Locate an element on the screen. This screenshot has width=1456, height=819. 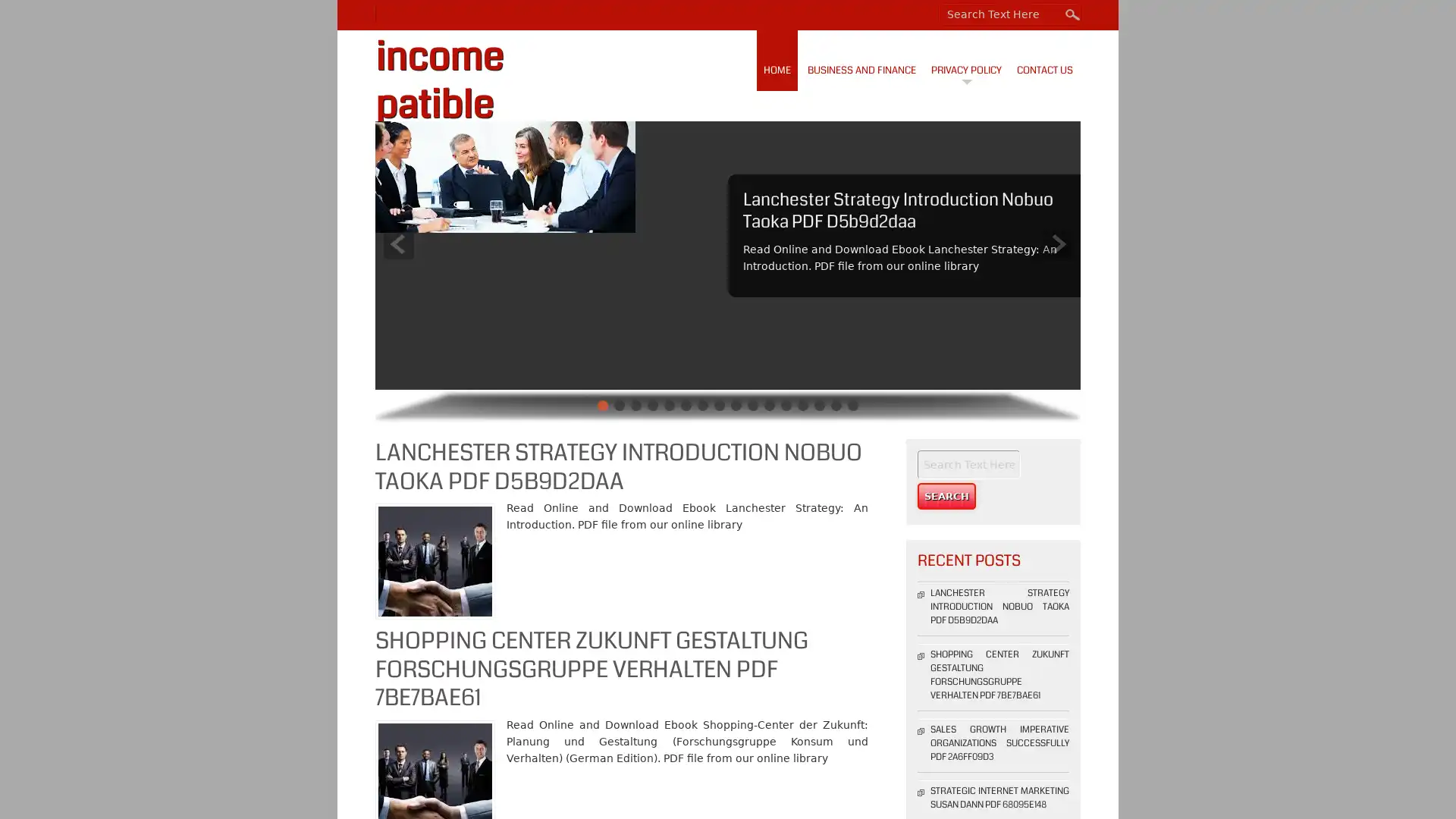
Search is located at coordinates (946, 496).